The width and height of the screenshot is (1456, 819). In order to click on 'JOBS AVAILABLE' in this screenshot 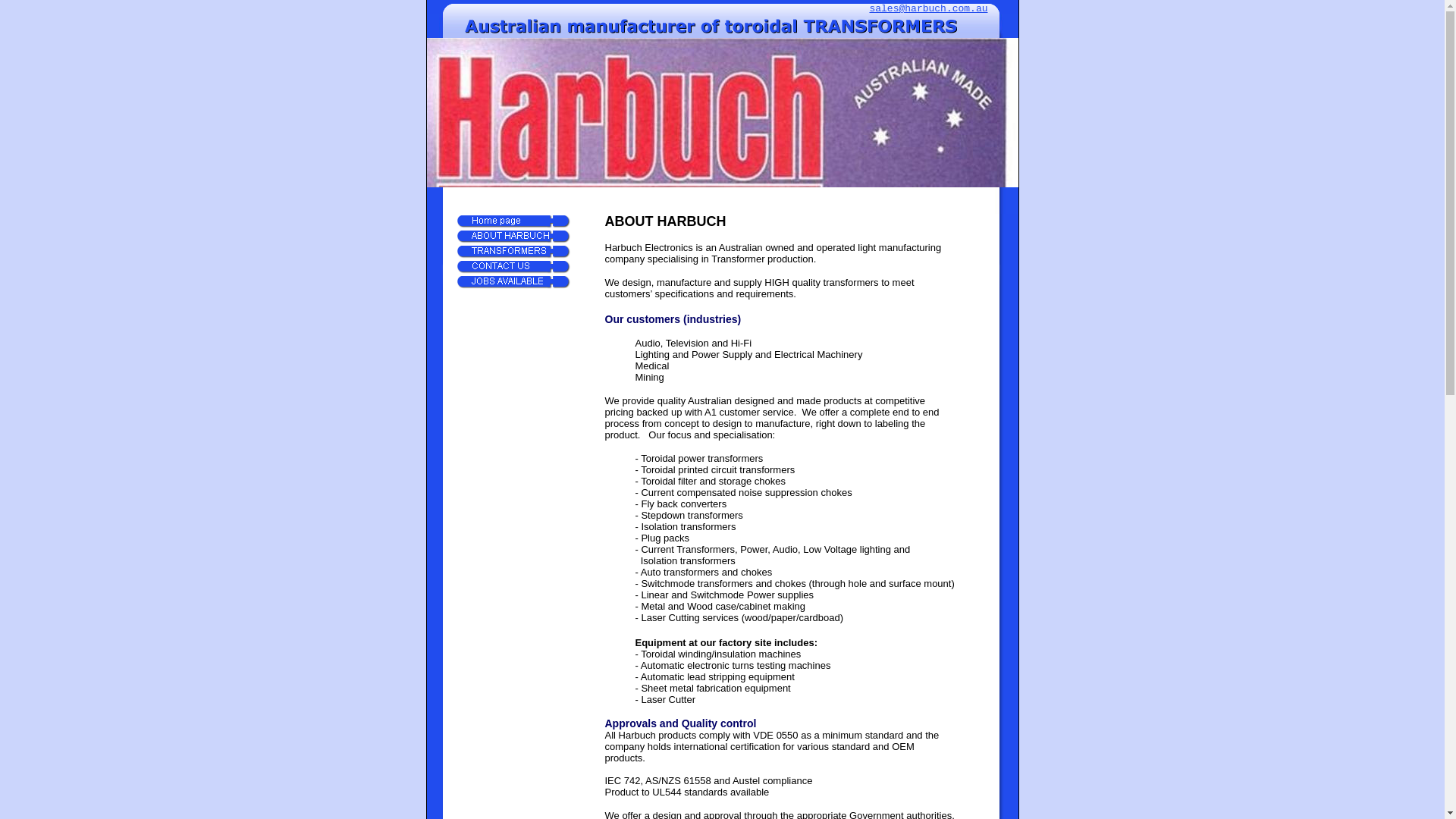, I will do `click(513, 281)`.